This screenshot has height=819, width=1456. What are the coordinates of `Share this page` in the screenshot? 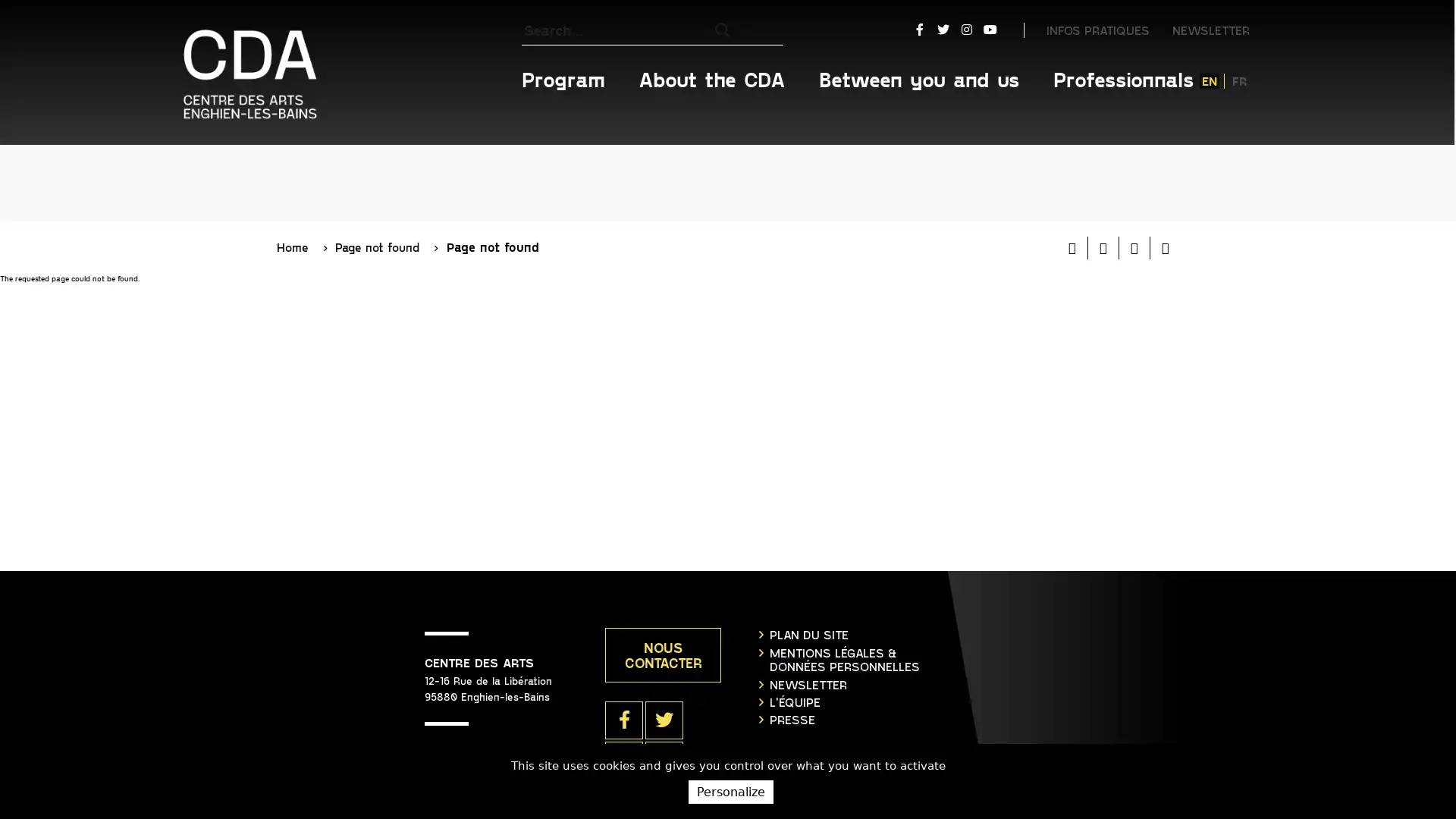 It's located at (1164, 149).